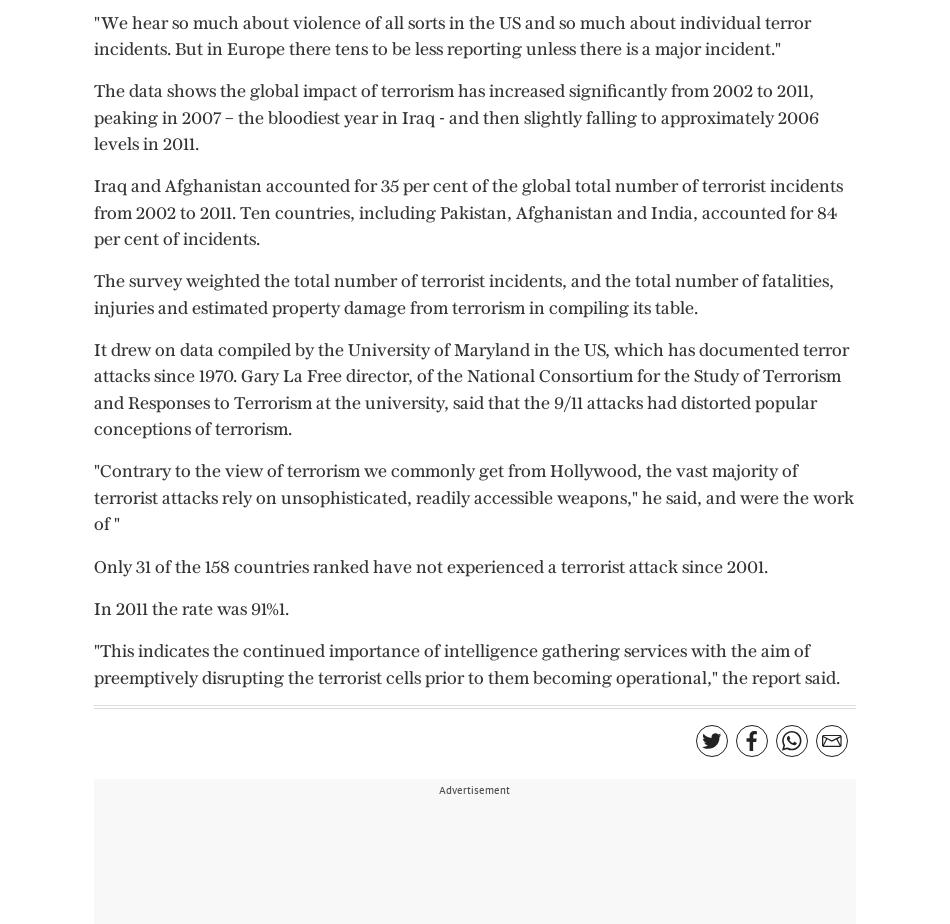 The height and width of the screenshot is (924, 950). What do you see at coordinates (344, 37) in the screenshot?
I see `'Privacy'` at bounding box center [344, 37].